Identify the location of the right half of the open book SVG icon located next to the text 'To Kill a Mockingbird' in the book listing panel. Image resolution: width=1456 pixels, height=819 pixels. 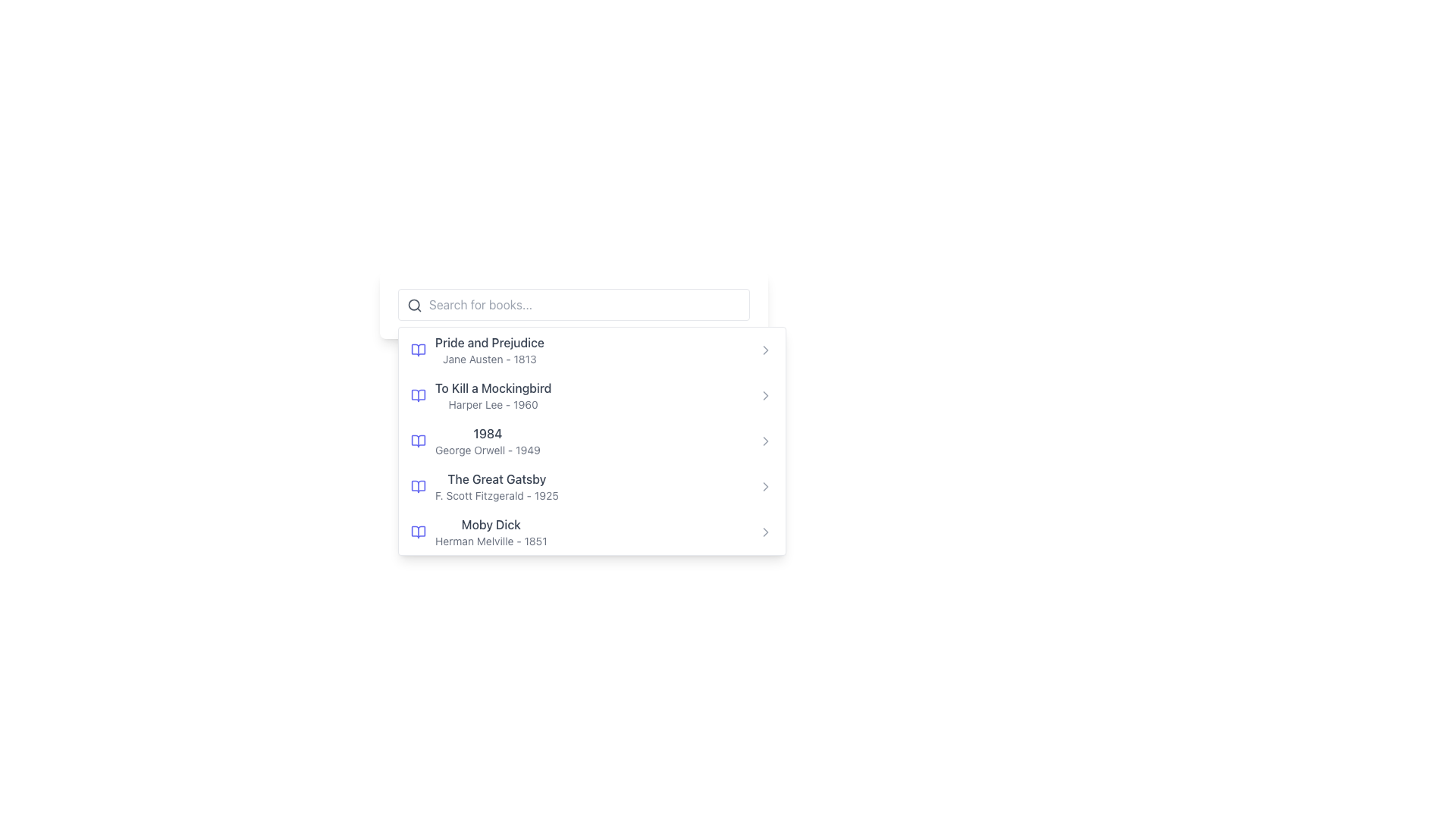
(419, 394).